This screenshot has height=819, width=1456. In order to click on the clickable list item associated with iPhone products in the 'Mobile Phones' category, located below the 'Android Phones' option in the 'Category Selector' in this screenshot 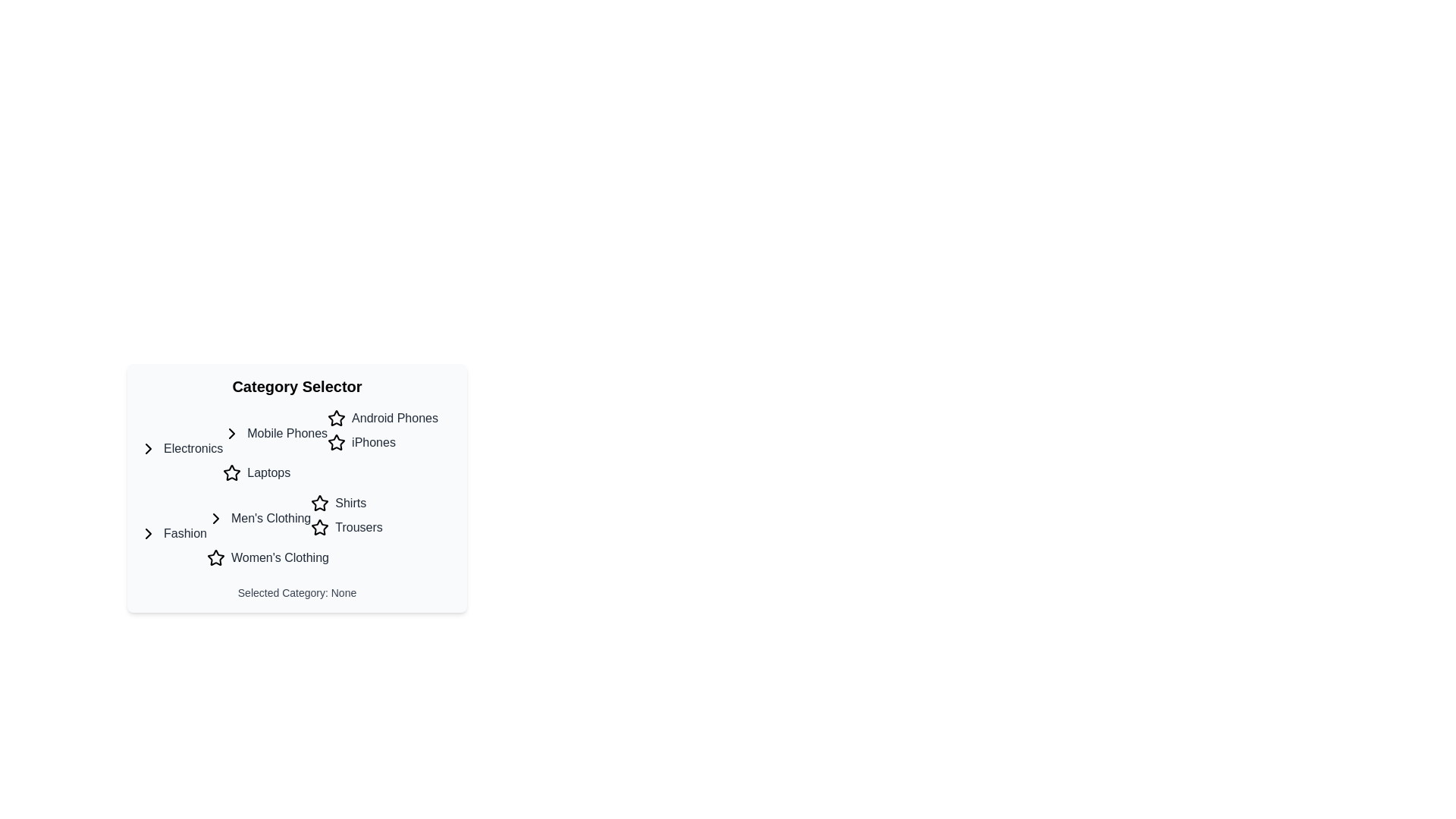, I will do `click(382, 442)`.